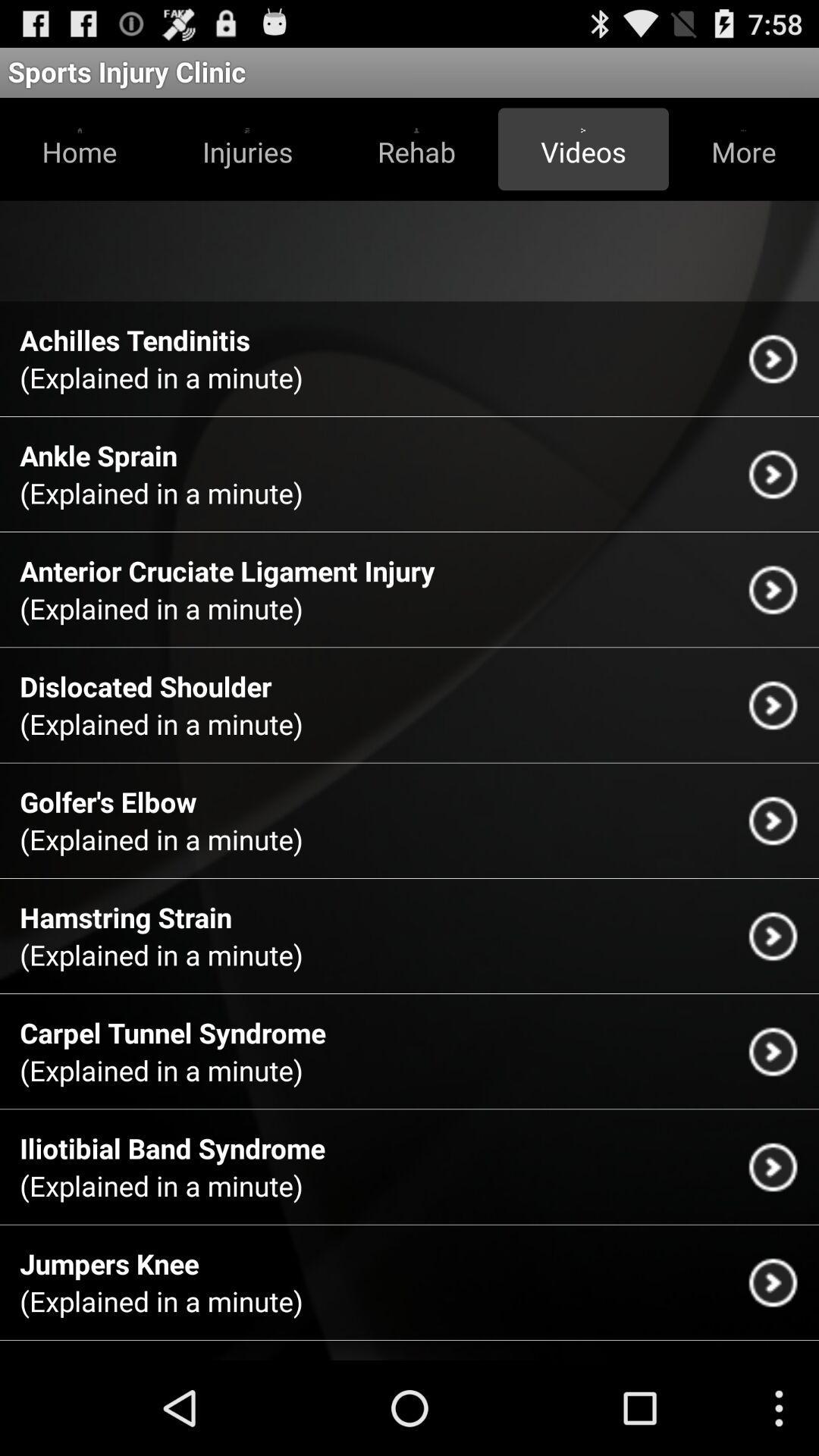 This screenshot has width=819, height=1456. Describe the element at coordinates (416, 149) in the screenshot. I see `the icon below the sports injury clinic` at that location.